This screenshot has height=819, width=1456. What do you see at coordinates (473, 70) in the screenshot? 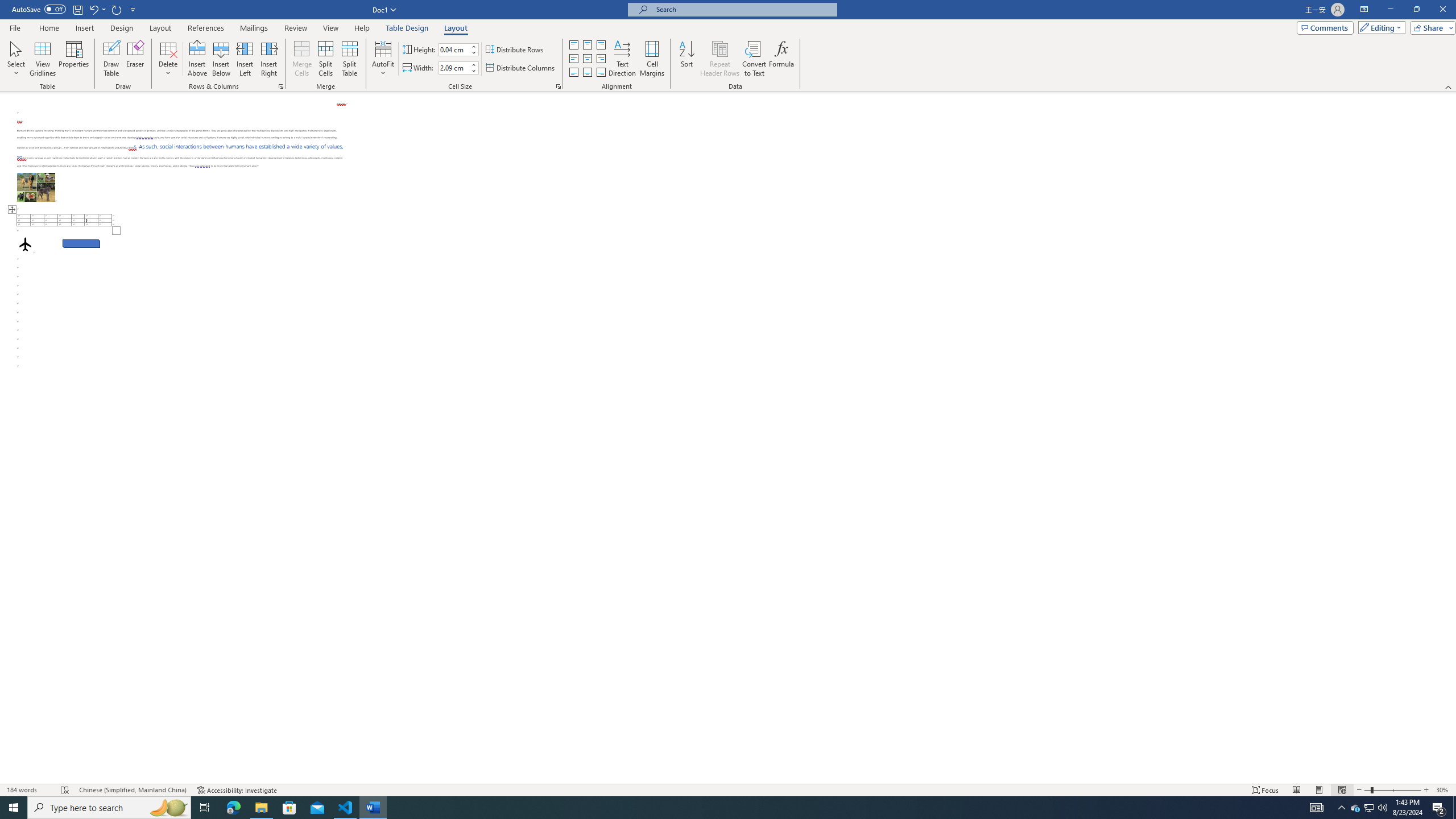
I see `'Less'` at bounding box center [473, 70].